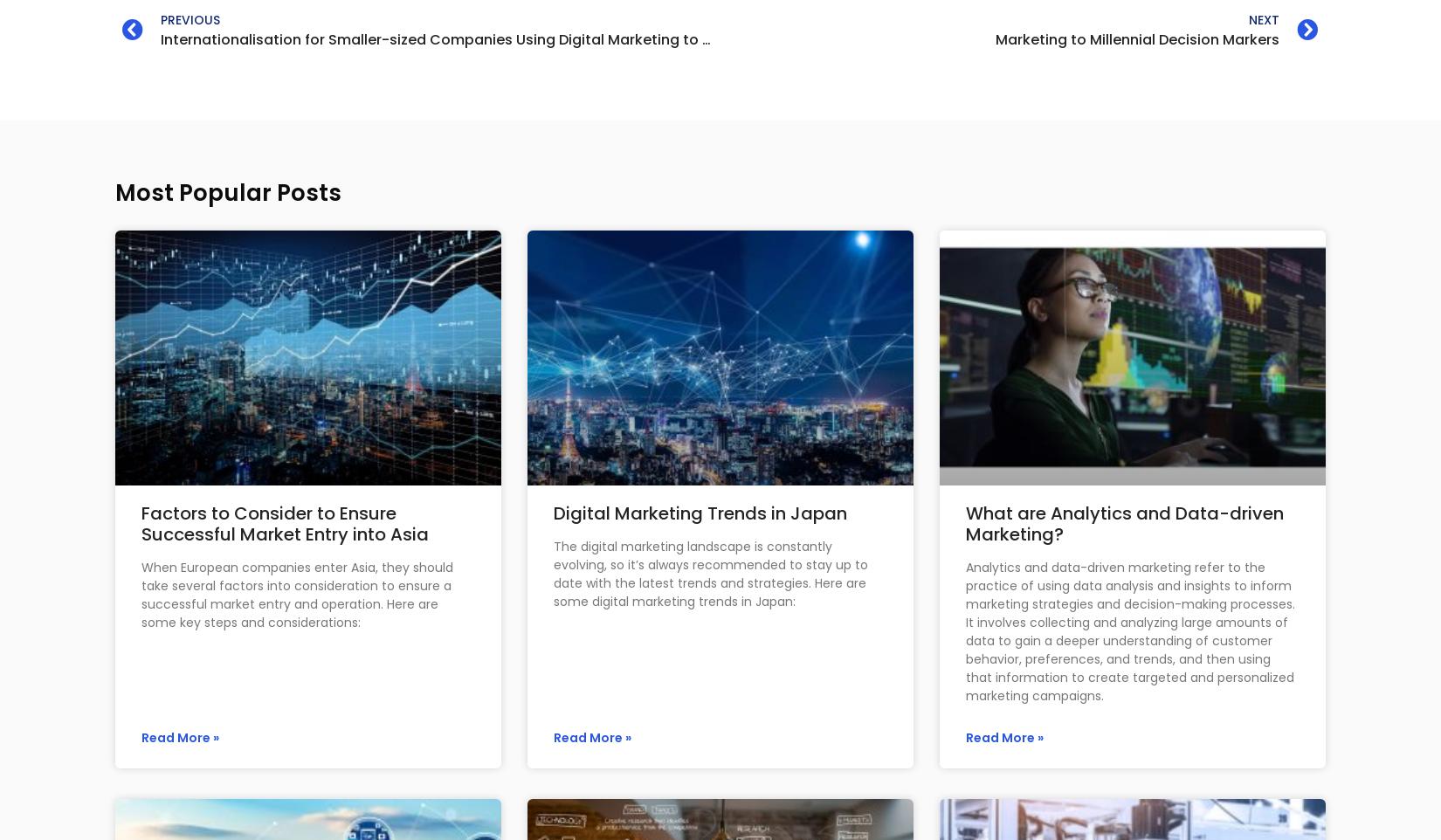 This screenshot has width=1441, height=840. I want to click on 'Most Popular Posts', so click(228, 191).